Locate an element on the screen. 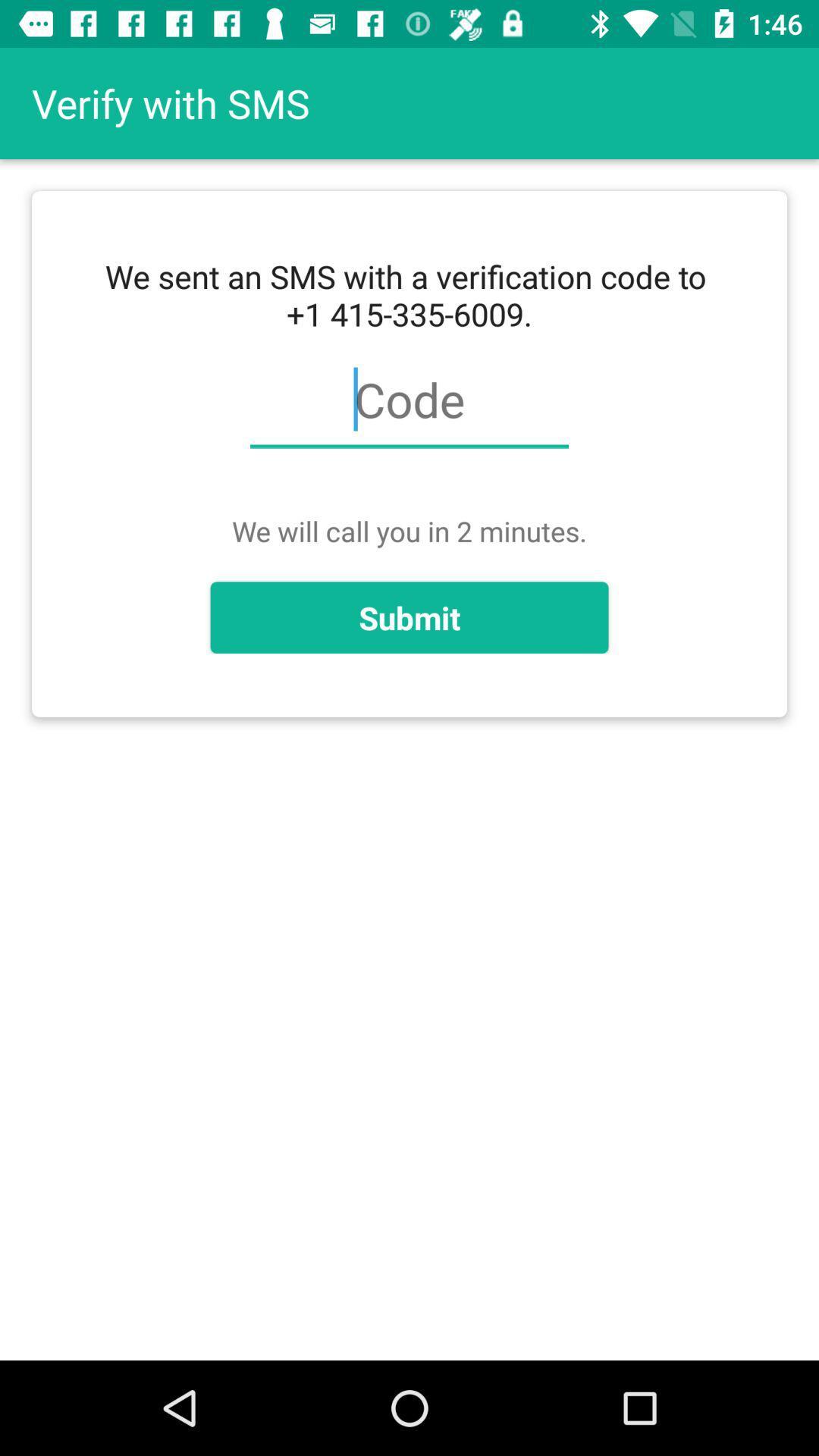 This screenshot has height=1456, width=819. the submit icon is located at coordinates (409, 617).